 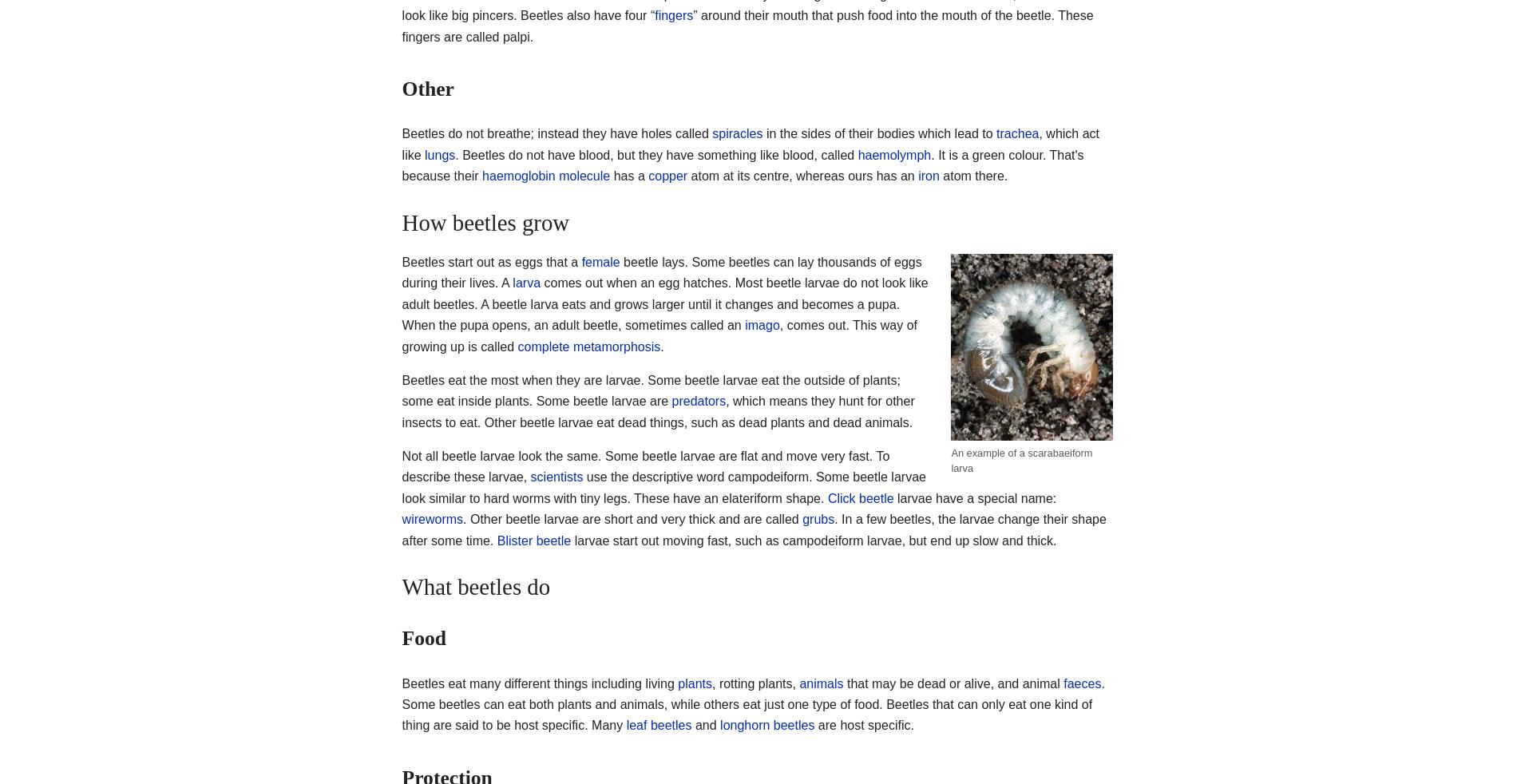 What do you see at coordinates (813, 539) in the screenshot?
I see `'larvae start out moving fast, such as campodeiform larvae, but end up slow and thick.'` at bounding box center [813, 539].